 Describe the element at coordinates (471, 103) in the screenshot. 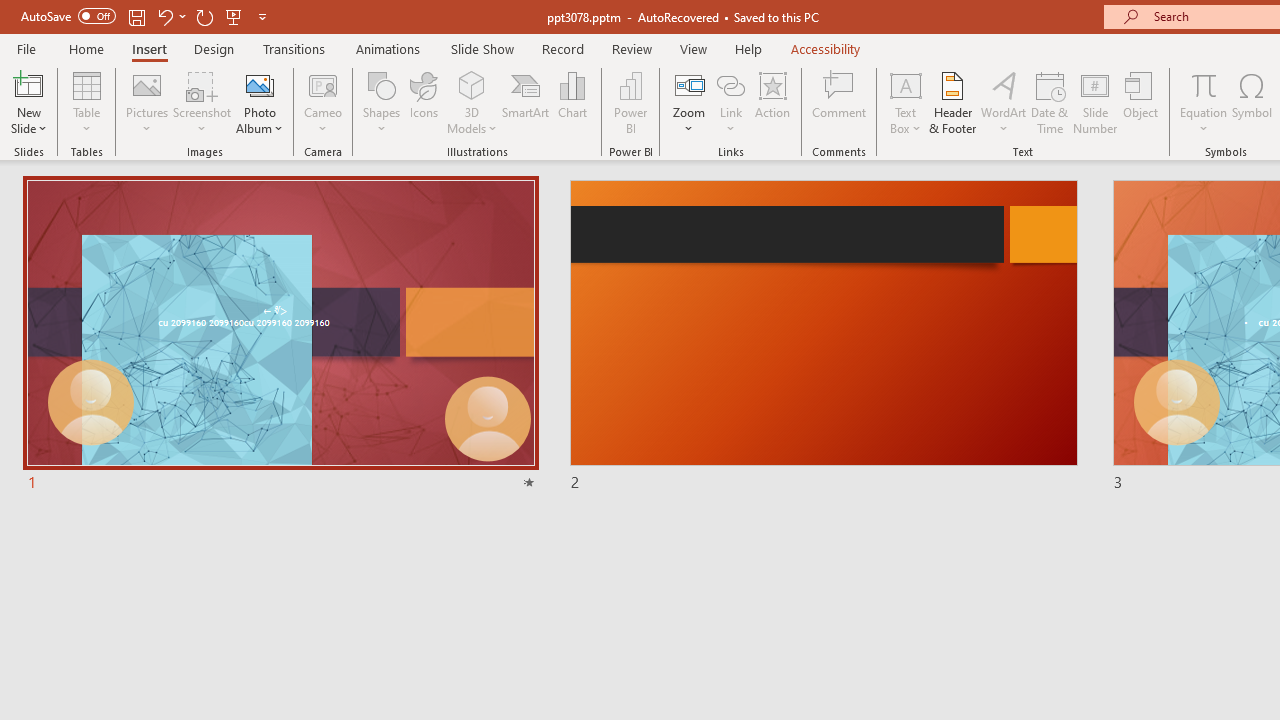

I see `'3D Models'` at that location.